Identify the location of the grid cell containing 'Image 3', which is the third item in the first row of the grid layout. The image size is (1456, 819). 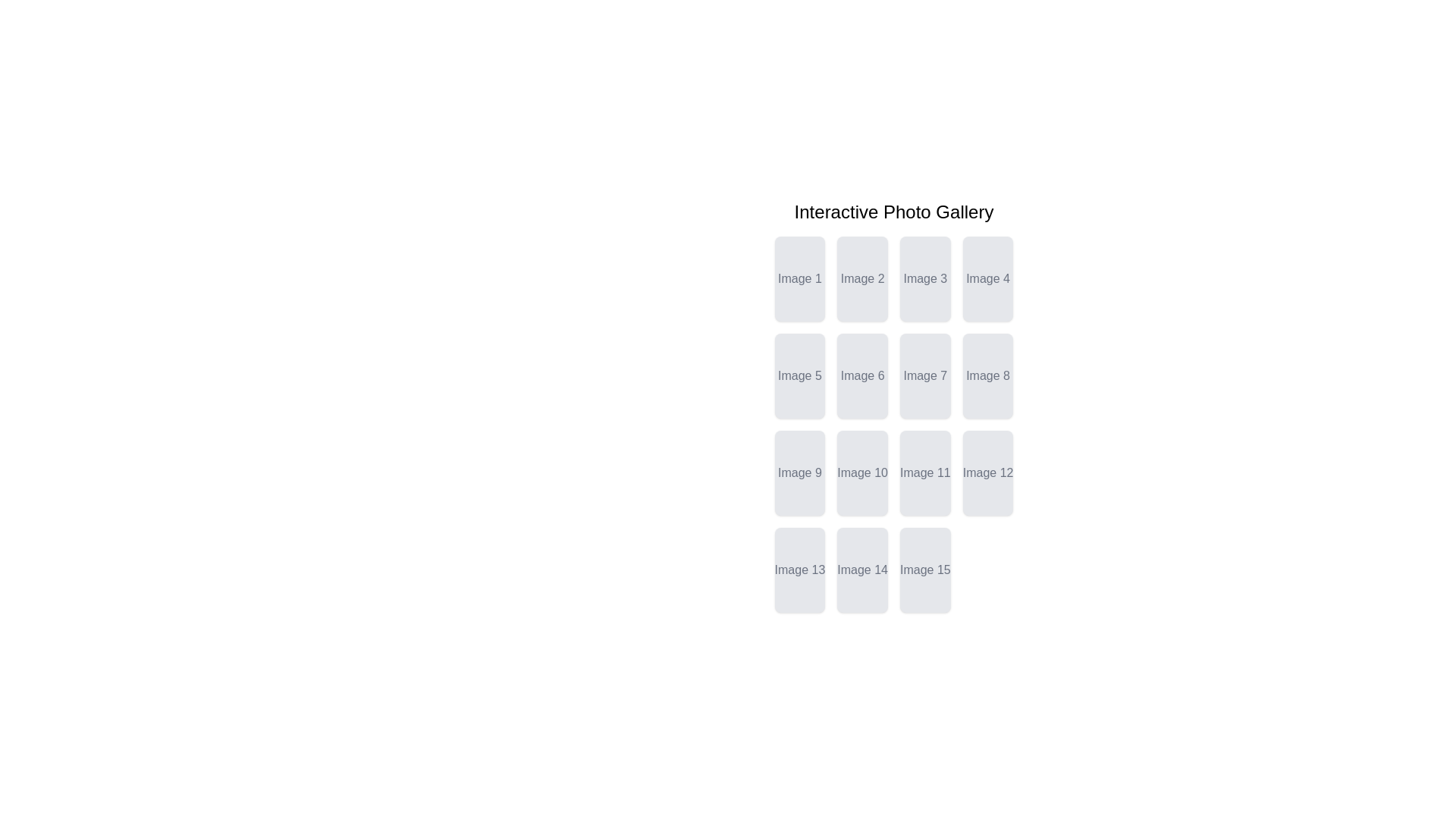
(924, 278).